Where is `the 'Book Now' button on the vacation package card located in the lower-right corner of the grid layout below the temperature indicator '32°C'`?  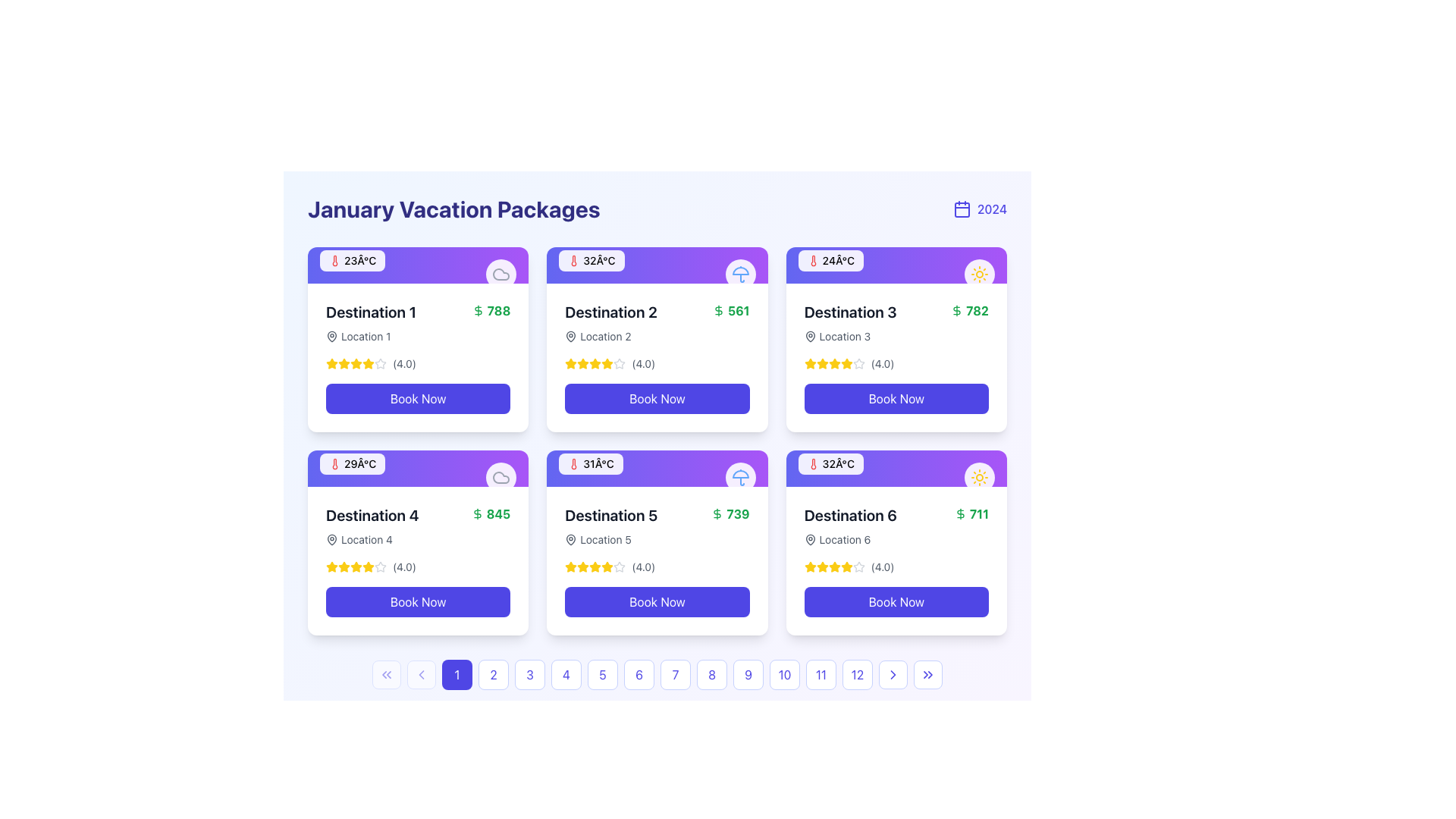
the 'Book Now' button on the vacation package card located in the lower-right corner of the grid layout below the temperature indicator '32°C' is located at coordinates (896, 561).